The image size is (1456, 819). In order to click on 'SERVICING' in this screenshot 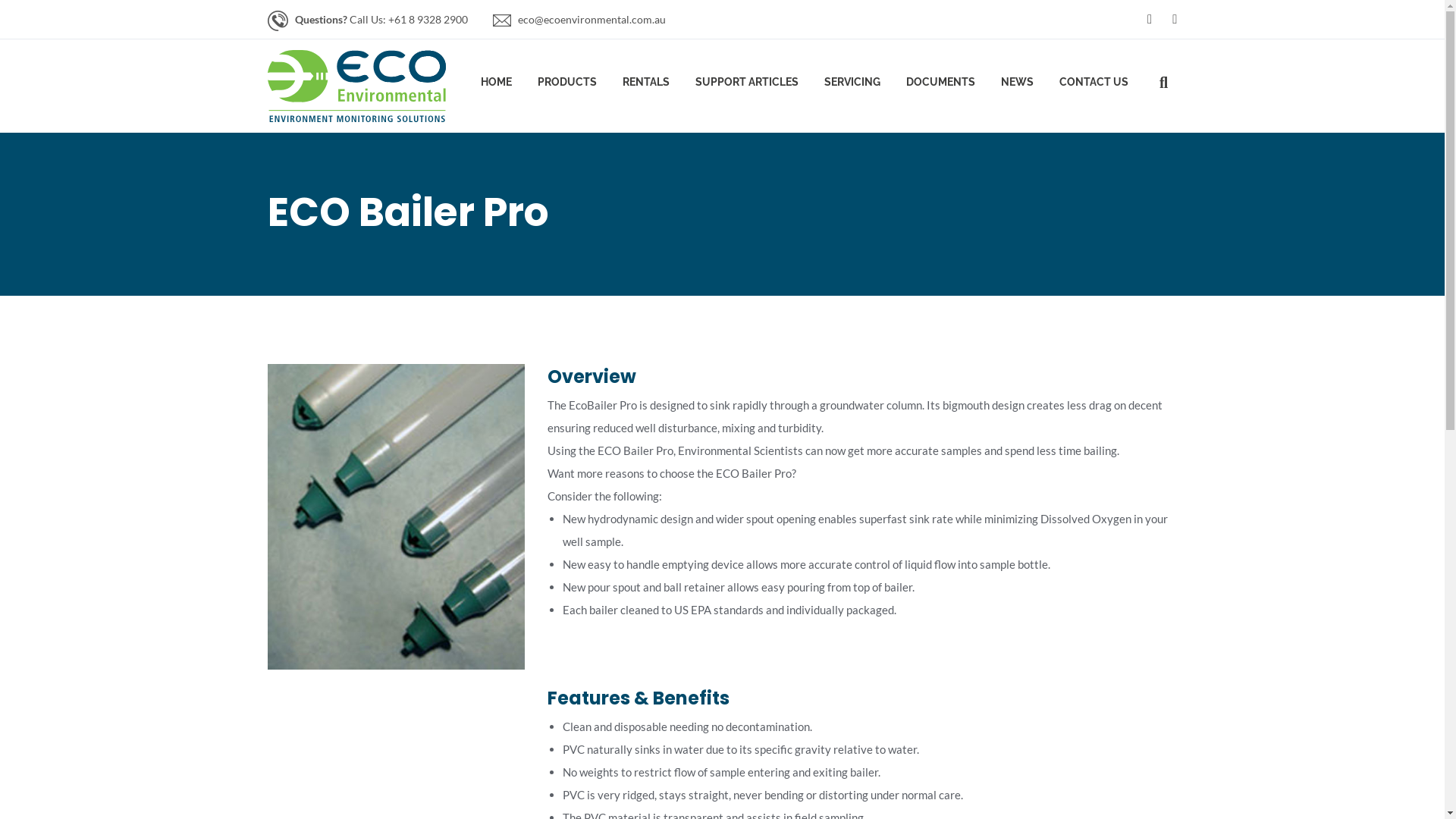, I will do `click(852, 86)`.